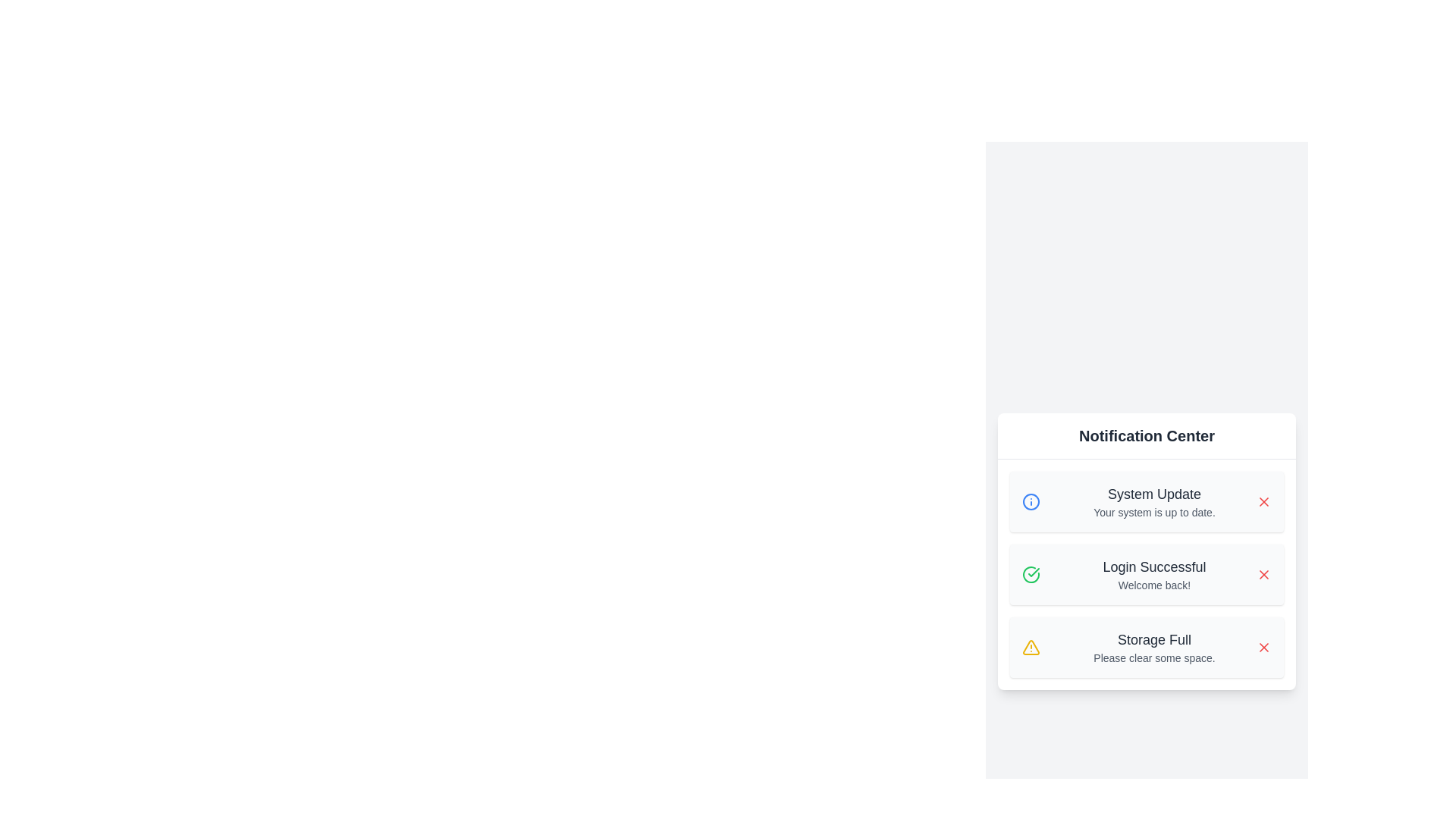 The height and width of the screenshot is (819, 1456). What do you see at coordinates (1263, 646) in the screenshot?
I see `the dismiss button located at the bottom right of the 'Storage Full' notification card` at bounding box center [1263, 646].